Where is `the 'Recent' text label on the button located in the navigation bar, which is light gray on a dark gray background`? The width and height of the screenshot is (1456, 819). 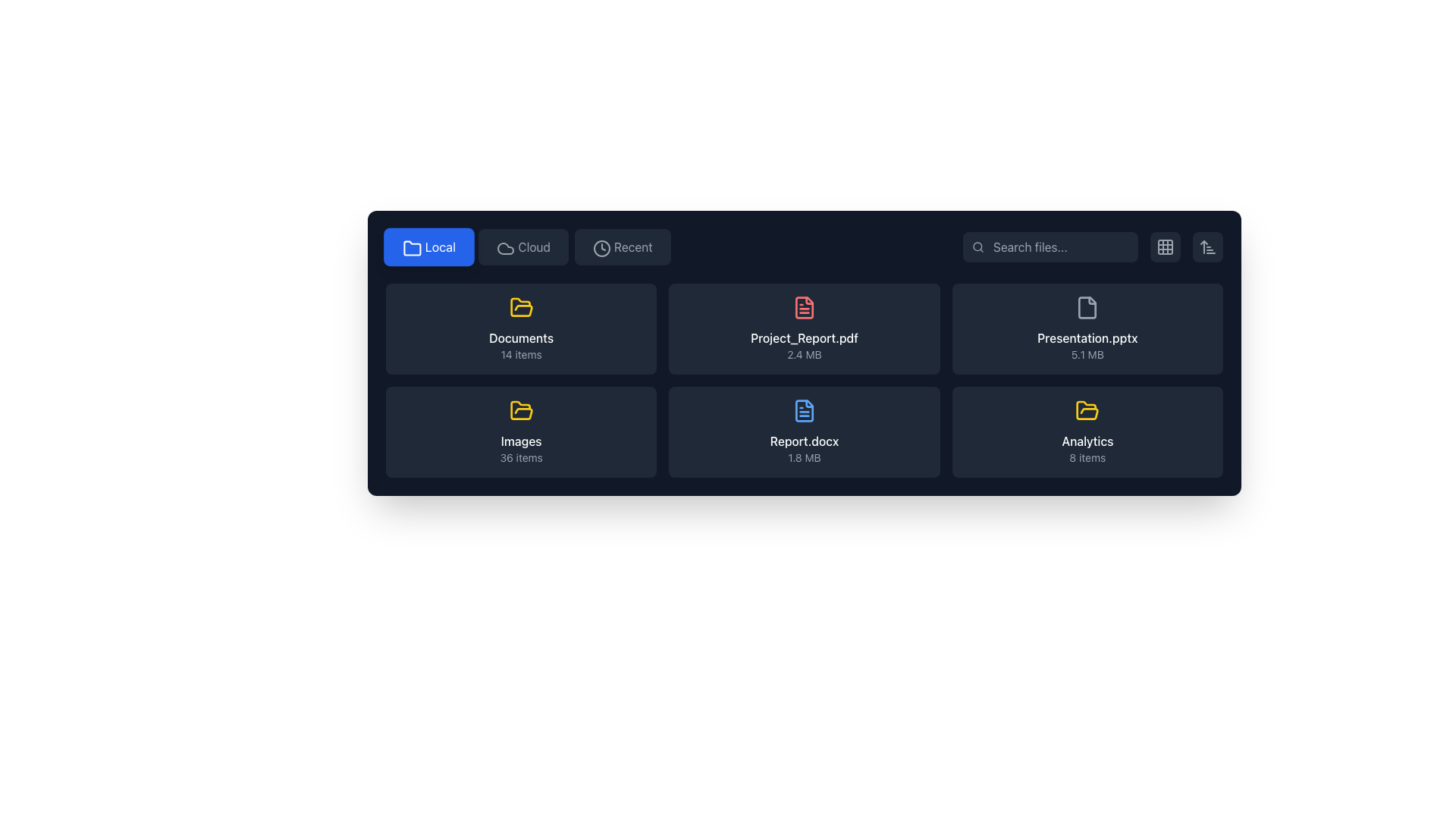
the 'Recent' text label on the button located in the navigation bar, which is light gray on a dark gray background is located at coordinates (633, 246).